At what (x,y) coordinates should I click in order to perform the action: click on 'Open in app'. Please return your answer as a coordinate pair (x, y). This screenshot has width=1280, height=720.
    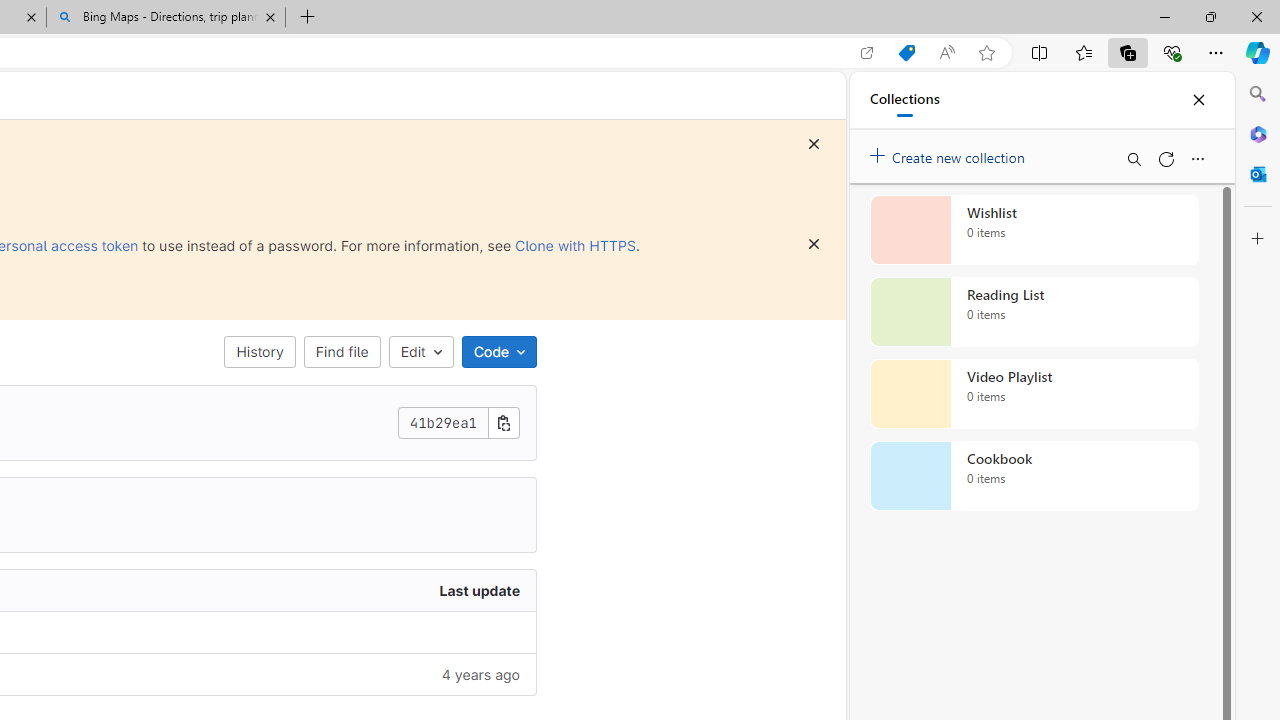
    Looking at the image, I should click on (867, 52).